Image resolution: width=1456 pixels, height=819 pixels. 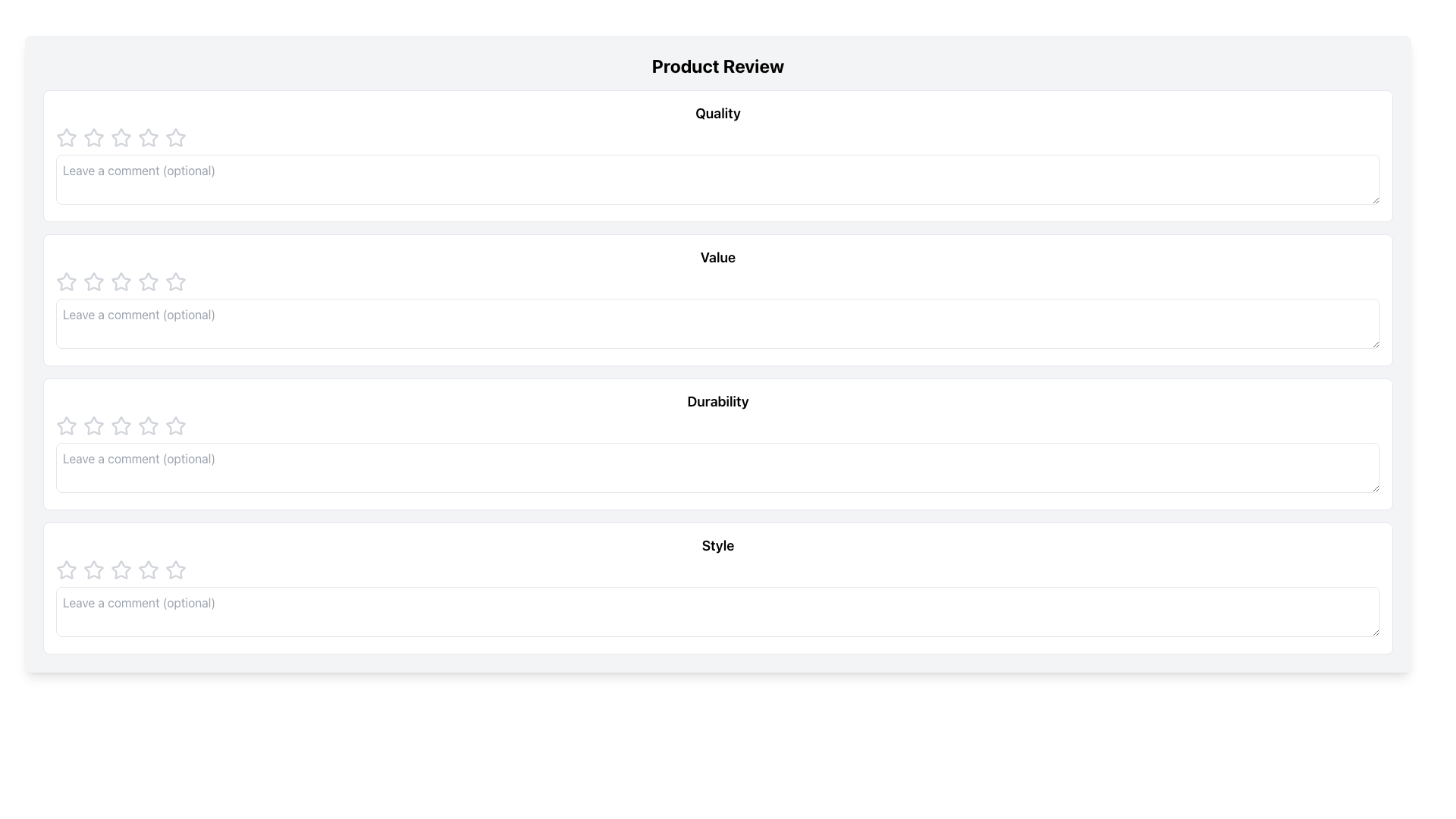 What do you see at coordinates (120, 137) in the screenshot?
I see `the second star in the rating system under the 'Quality' section` at bounding box center [120, 137].